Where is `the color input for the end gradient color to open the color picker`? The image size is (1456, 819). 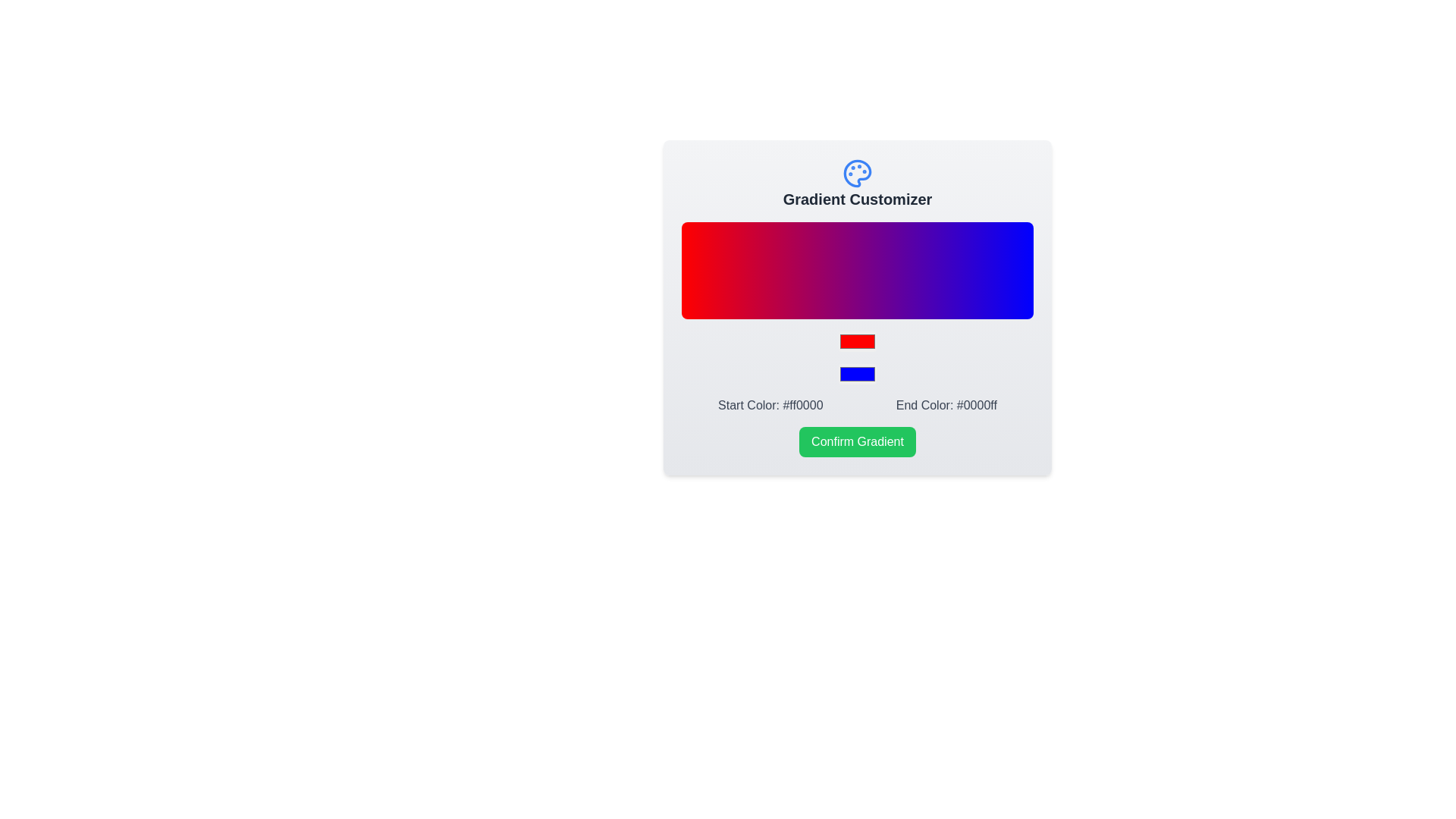
the color input for the end gradient color to open the color picker is located at coordinates (858, 374).